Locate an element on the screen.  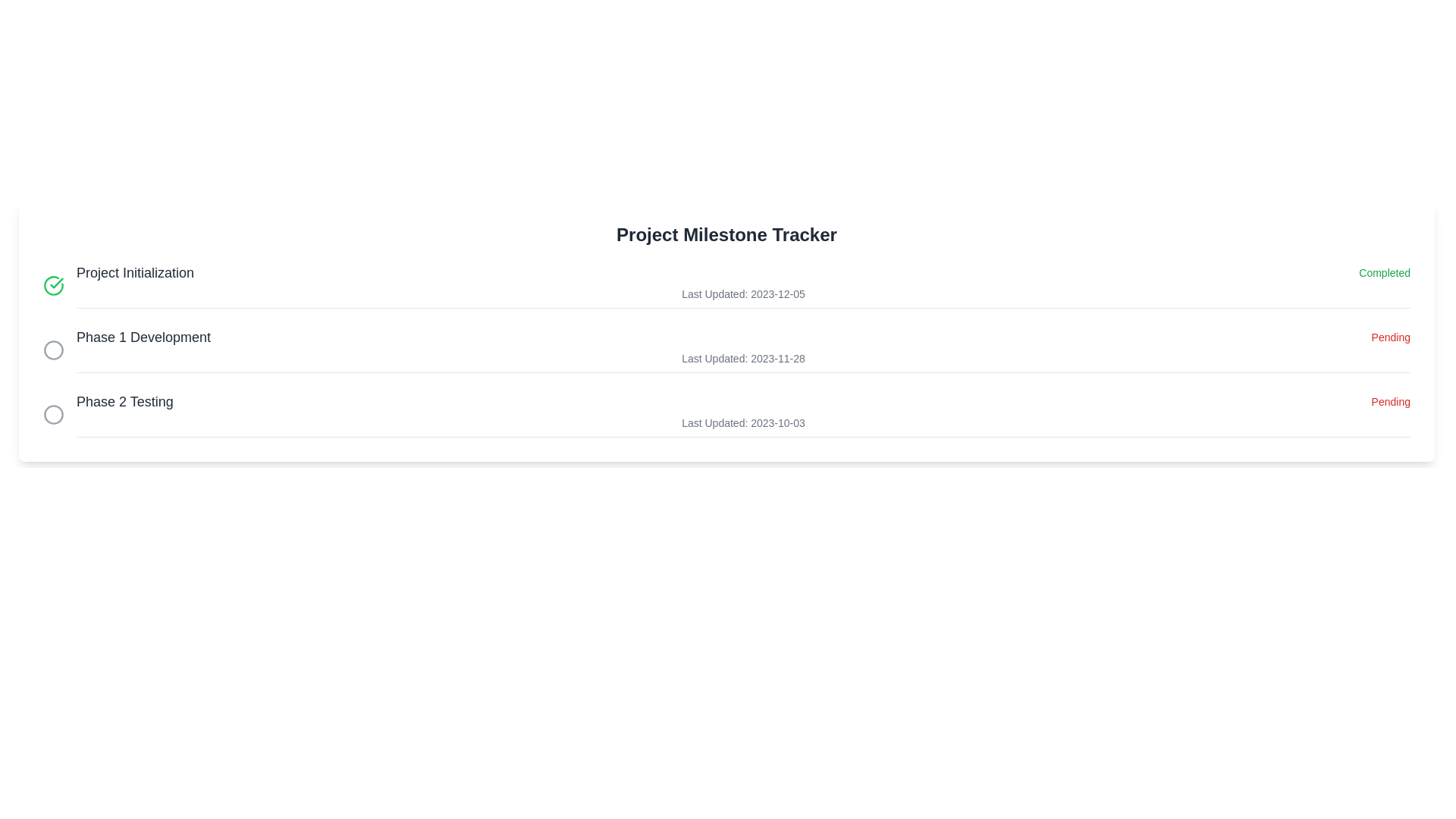
the structured informational display element labeled 'Phase 1 Development Pending', which is the second item in the milestone list under 'Project Milestone Tracker' is located at coordinates (743, 336).